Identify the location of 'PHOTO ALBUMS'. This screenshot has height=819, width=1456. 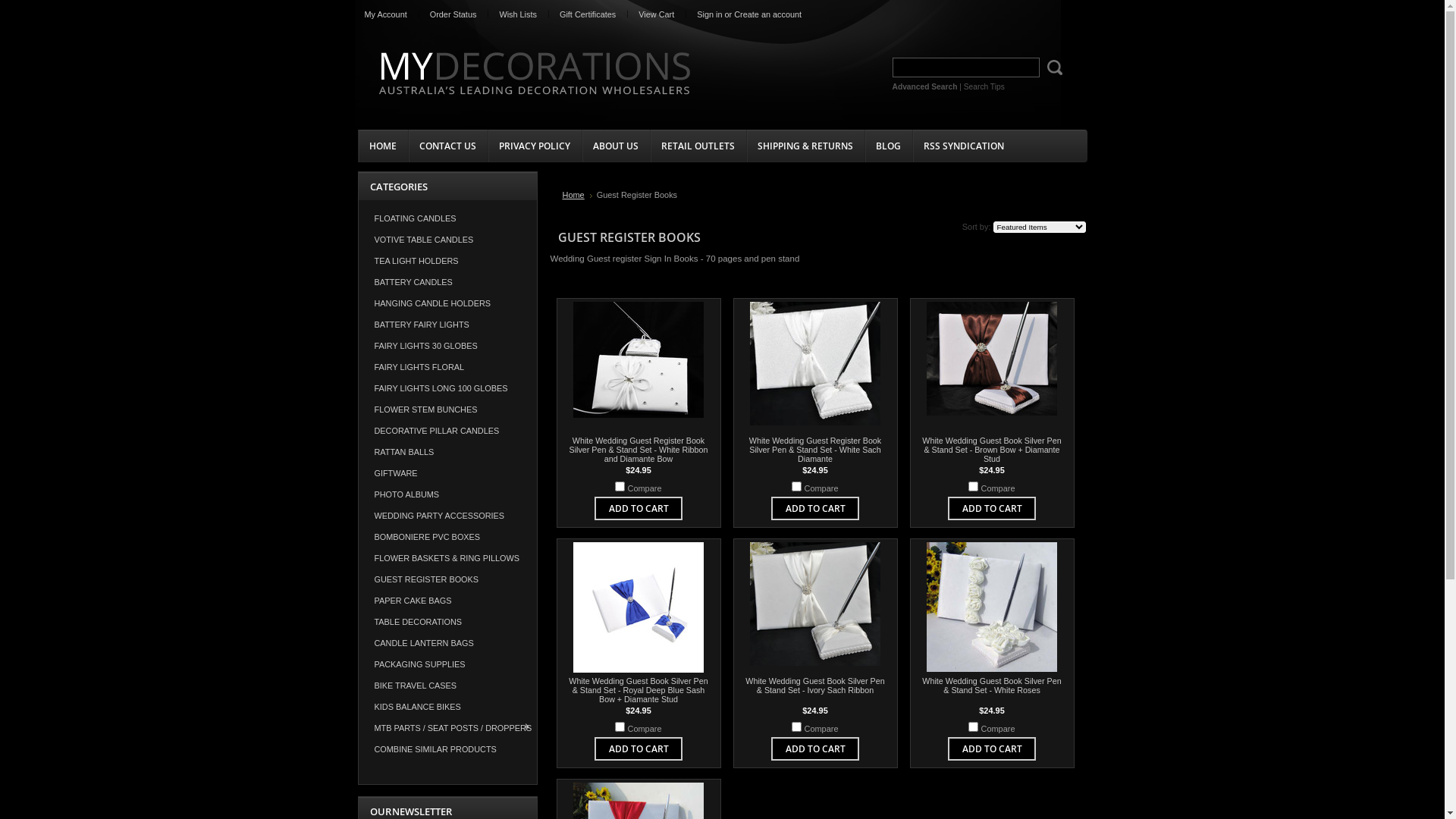
(447, 494).